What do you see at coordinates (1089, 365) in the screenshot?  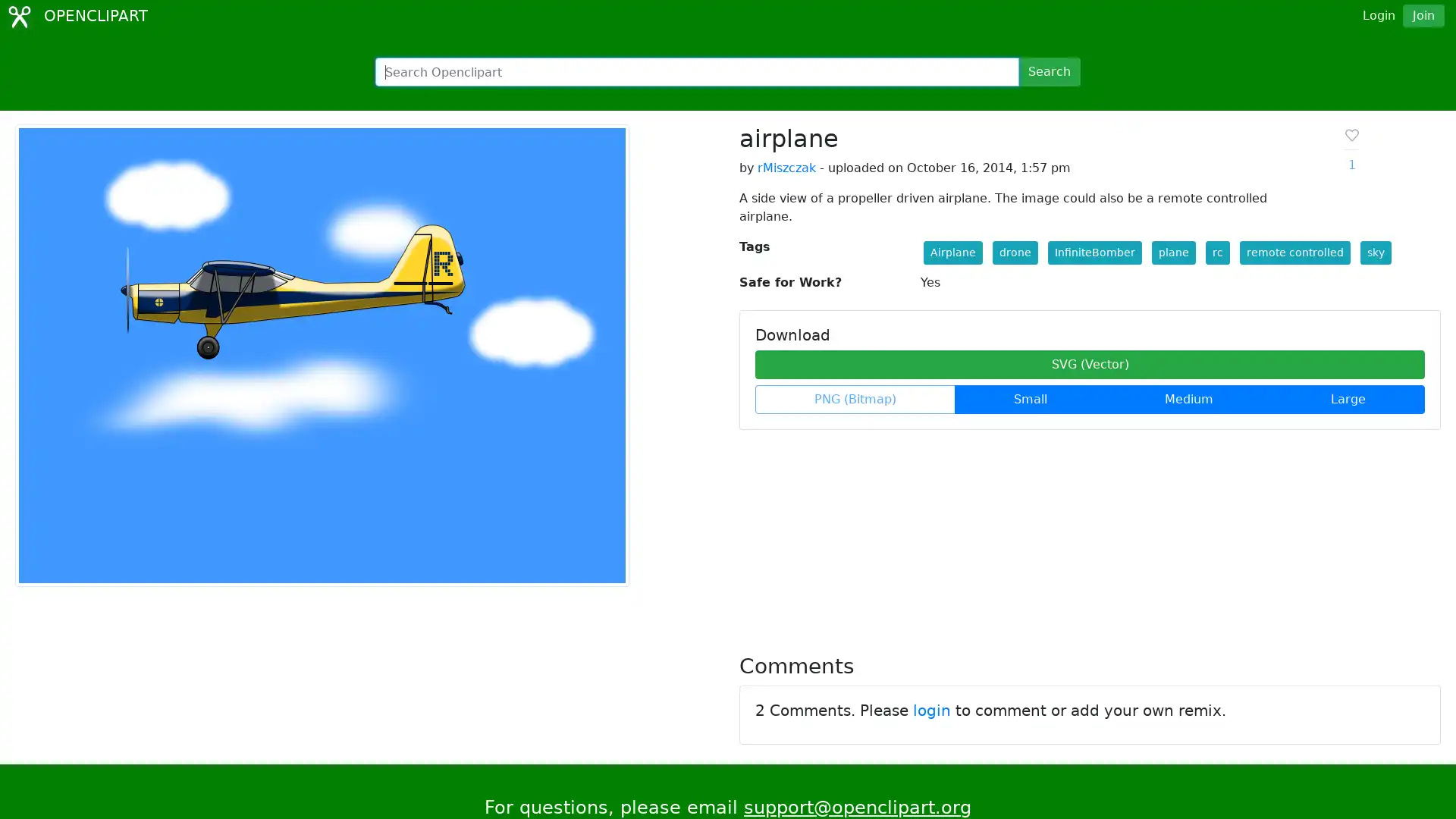 I see `SVG (Vector)` at bounding box center [1089, 365].